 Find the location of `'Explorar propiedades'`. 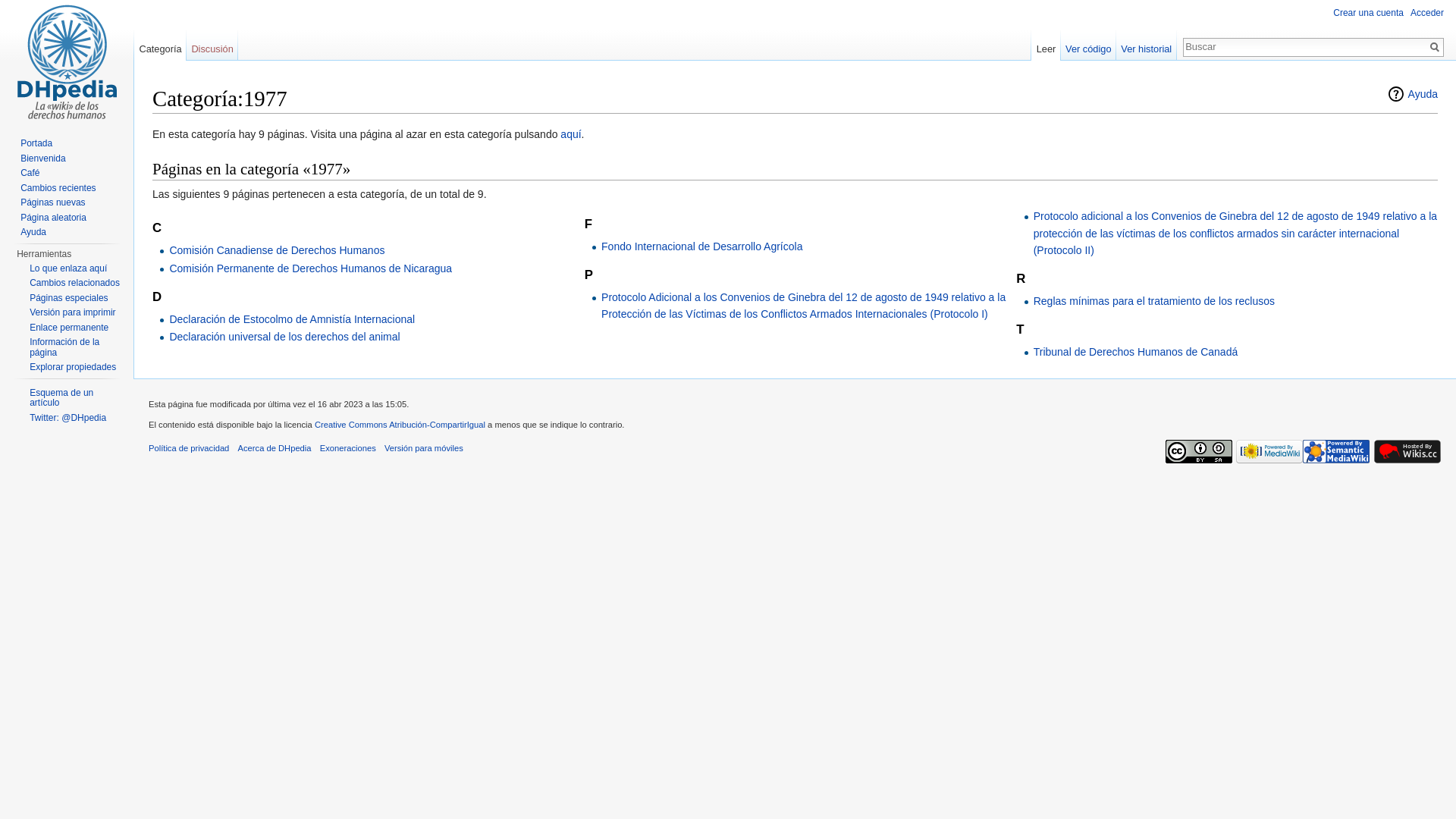

'Explorar propiedades' is located at coordinates (72, 366).